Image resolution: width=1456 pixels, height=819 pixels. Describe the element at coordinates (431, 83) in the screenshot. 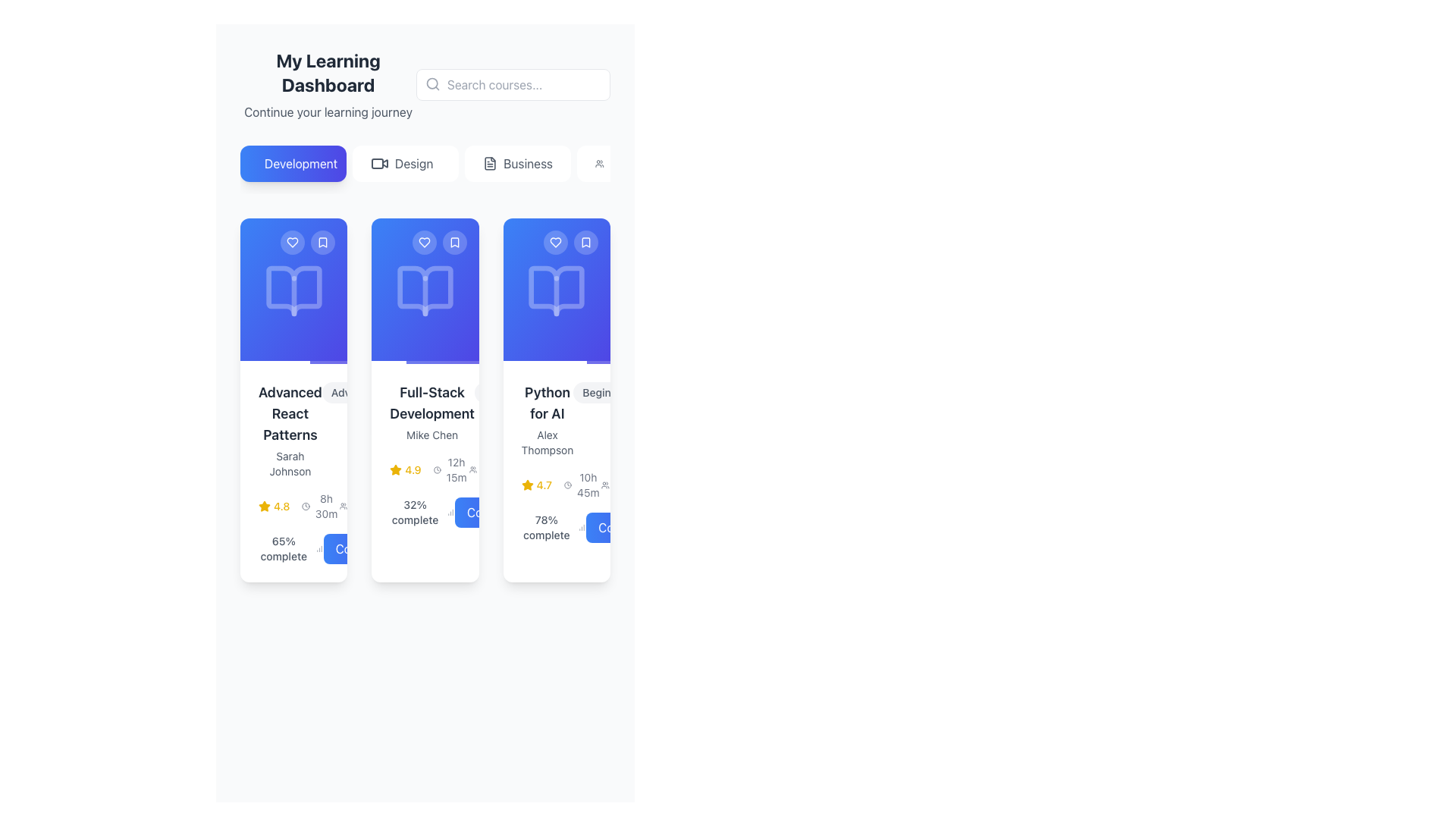

I see `the circular shape inside the magnifying glass icon used for the search function, located in the upper-right section of the interface` at that location.